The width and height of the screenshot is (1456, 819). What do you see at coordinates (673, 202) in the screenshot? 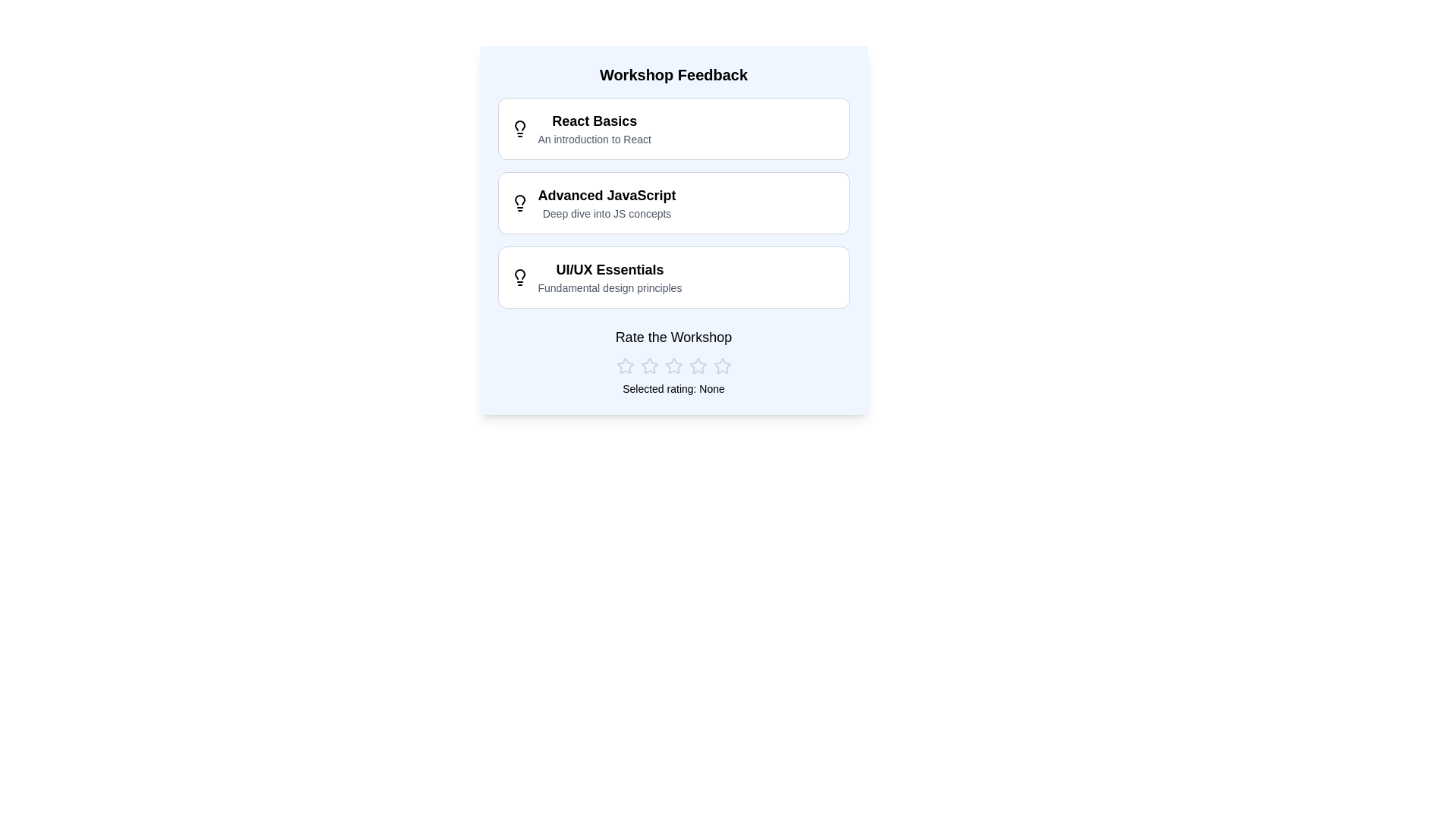
I see `the 'Advanced JavaScript' selectable card option located in the vertical list under the 'Workshop Feedback' header` at bounding box center [673, 202].